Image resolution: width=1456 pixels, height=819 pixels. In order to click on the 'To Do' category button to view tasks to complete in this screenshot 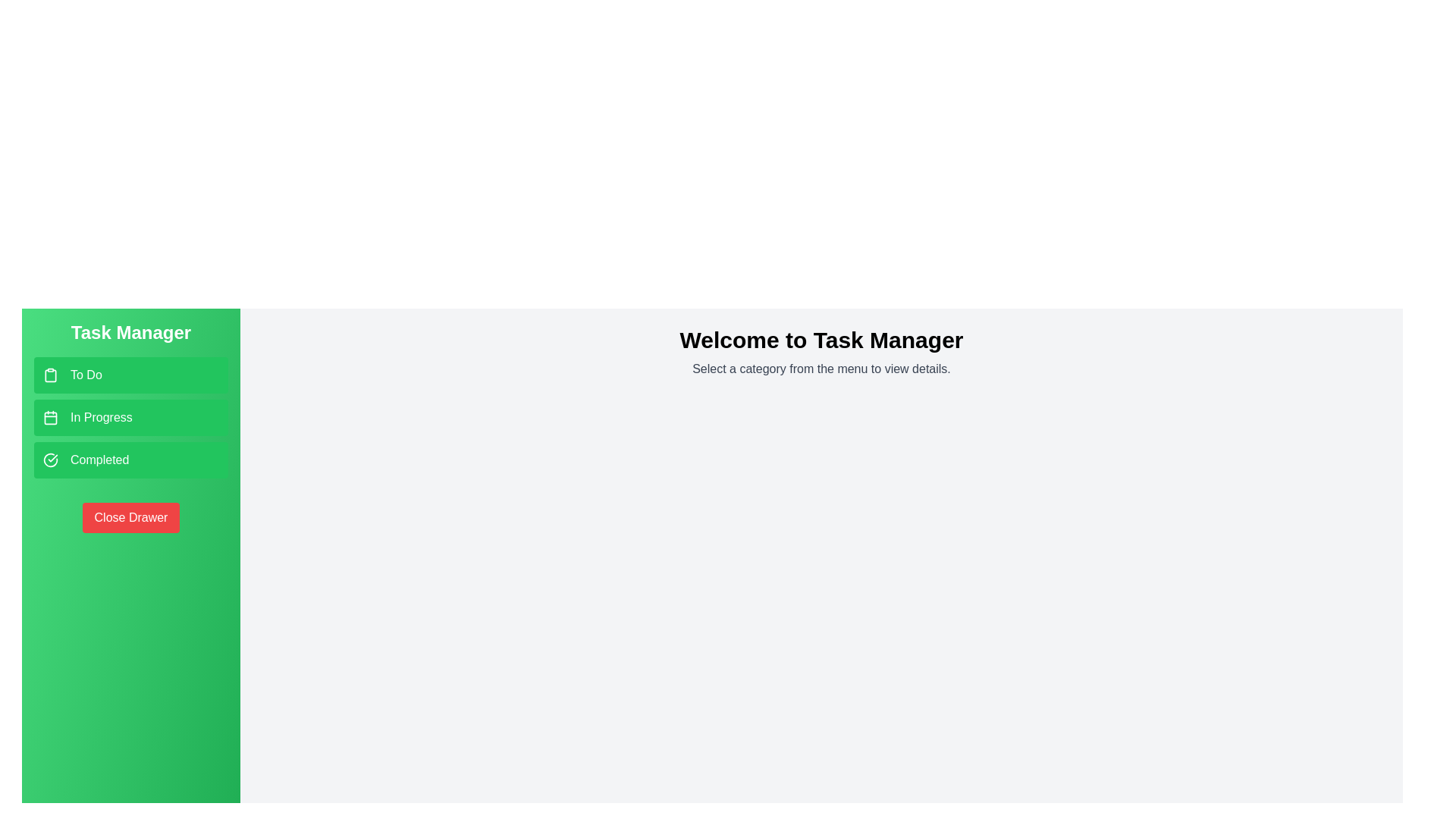, I will do `click(130, 375)`.